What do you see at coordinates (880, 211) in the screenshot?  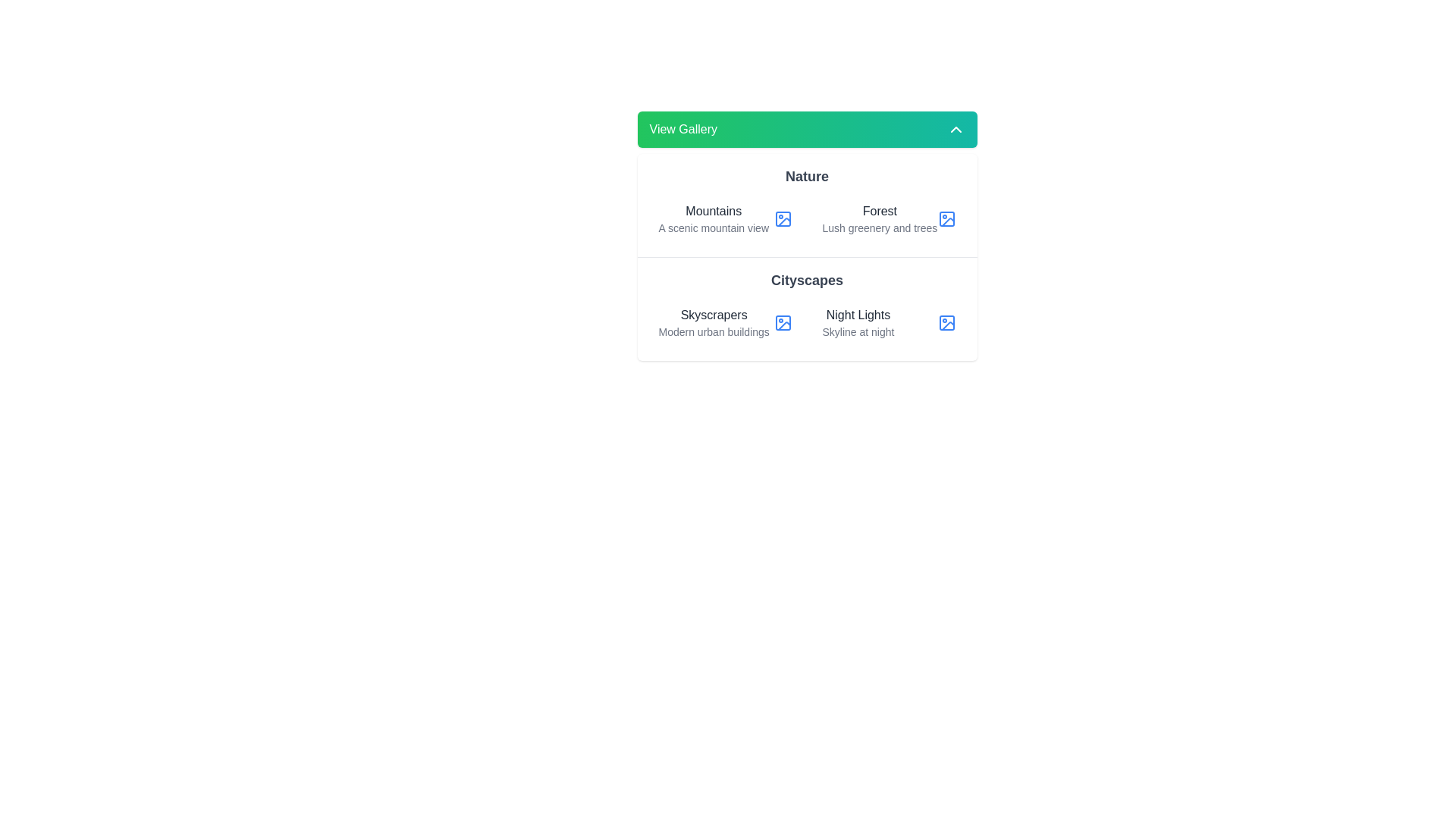 I see `the text label displaying 'Forest' in medium gray font, positioned in the Nature section above 'Lush greenery and trees'` at bounding box center [880, 211].